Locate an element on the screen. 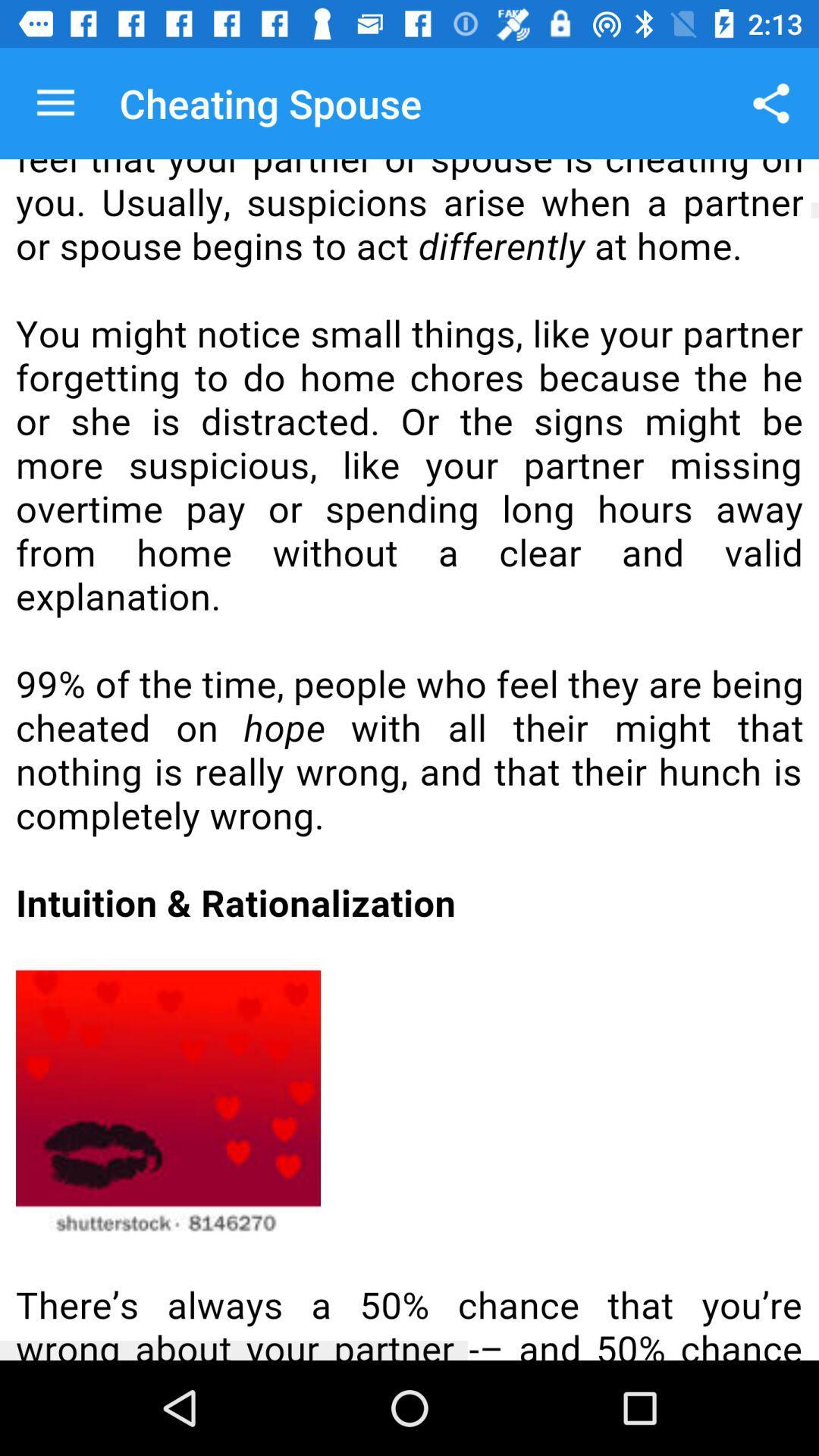 This screenshot has height=1456, width=819. all selected content is located at coordinates (409, 760).